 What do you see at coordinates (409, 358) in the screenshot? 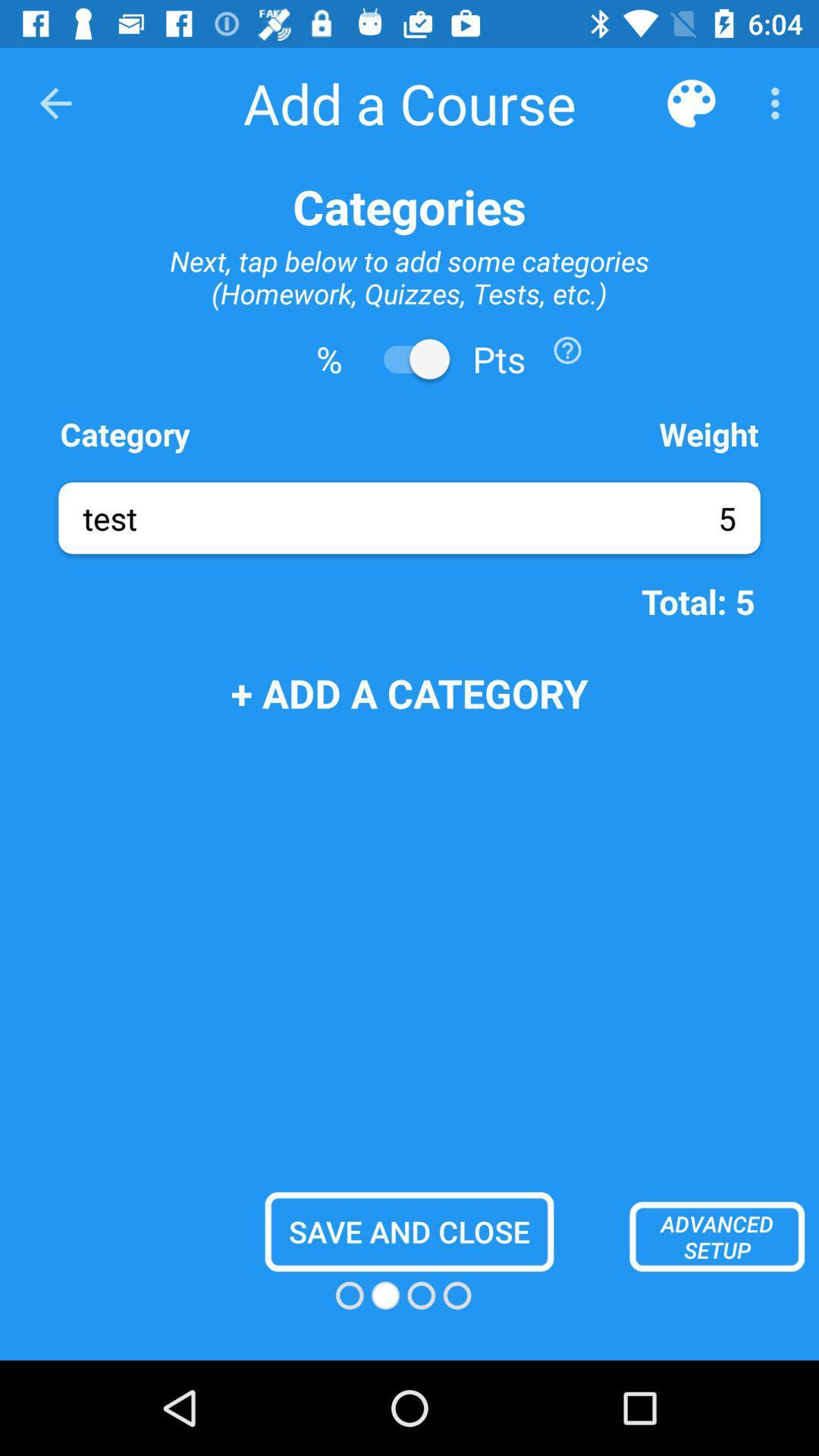
I see `to pts option` at bounding box center [409, 358].